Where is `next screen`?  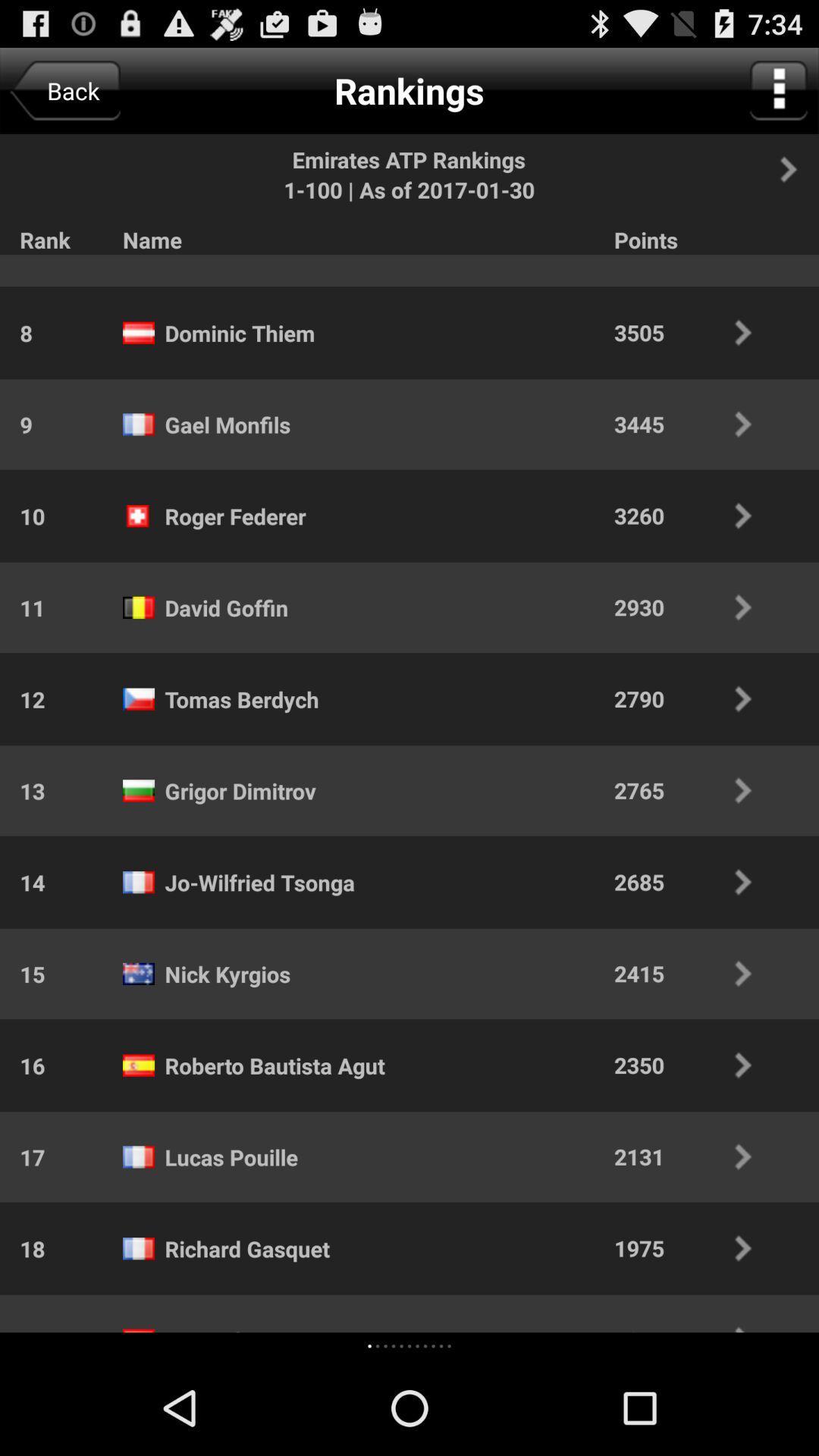 next screen is located at coordinates (796, 169).